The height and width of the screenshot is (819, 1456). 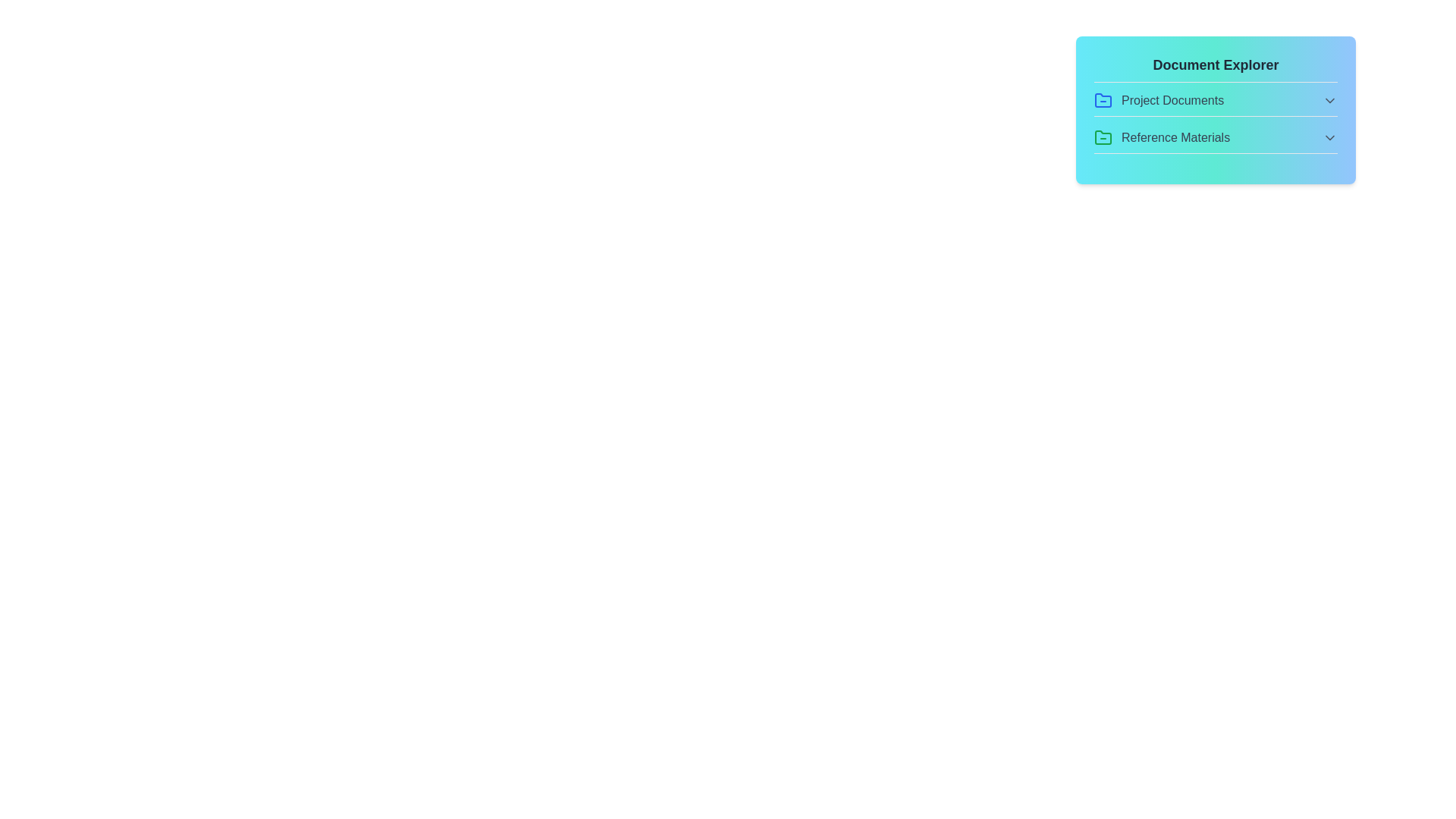 I want to click on the file API_Guidelines.pdf from the section Reference Materials, so click(x=1216, y=141).